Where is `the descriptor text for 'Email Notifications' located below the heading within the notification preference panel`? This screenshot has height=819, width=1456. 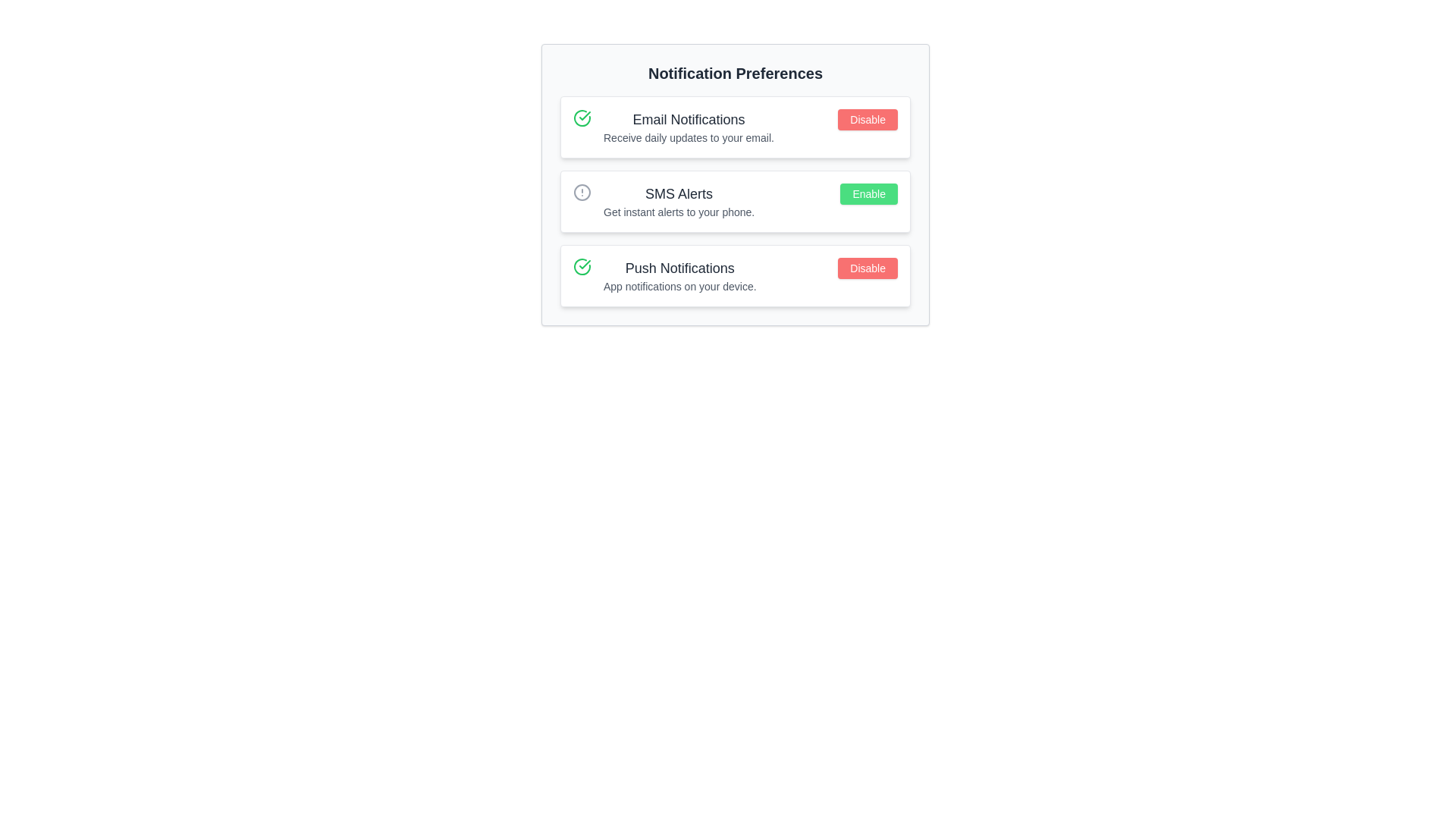
the descriptor text for 'Email Notifications' located below the heading within the notification preference panel is located at coordinates (688, 137).